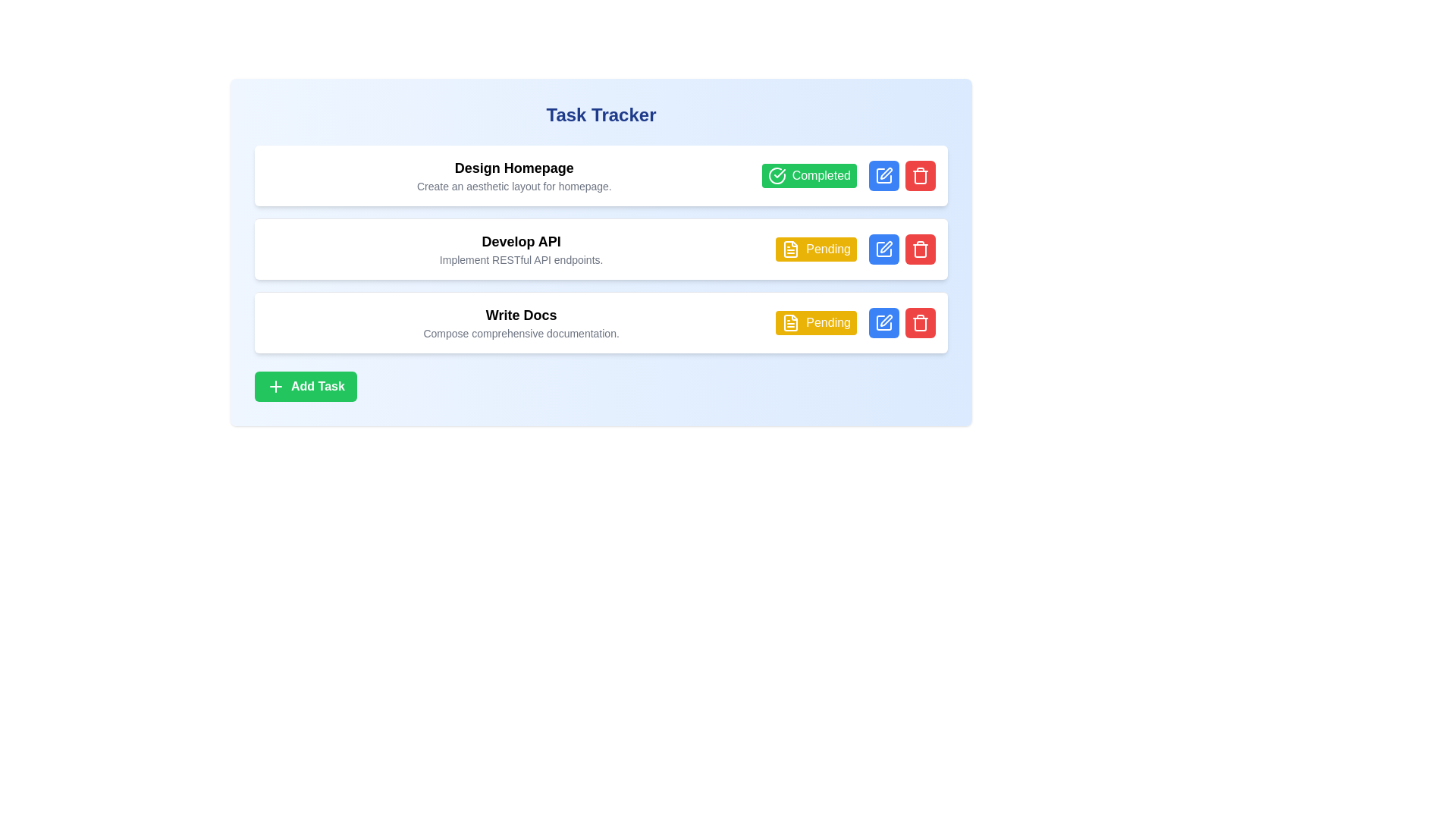  Describe the element at coordinates (514, 168) in the screenshot. I see `the 'Design Homepage' text label, which is styled prominently as the header of the first task in a vertical list` at that location.